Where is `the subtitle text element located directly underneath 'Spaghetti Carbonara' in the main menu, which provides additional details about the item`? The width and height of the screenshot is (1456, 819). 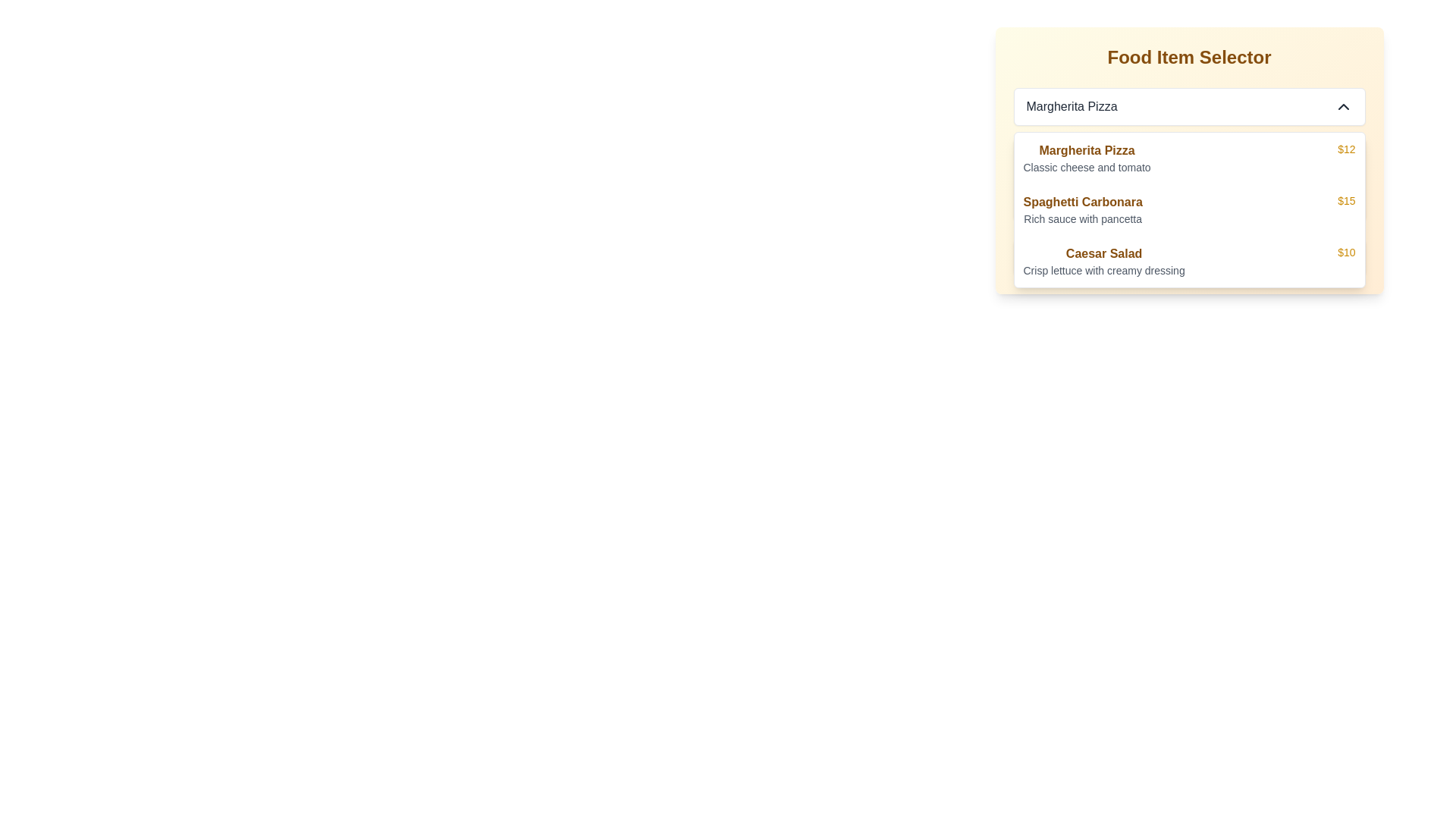 the subtitle text element located directly underneath 'Spaghetti Carbonara' in the main menu, which provides additional details about the item is located at coordinates (1082, 219).